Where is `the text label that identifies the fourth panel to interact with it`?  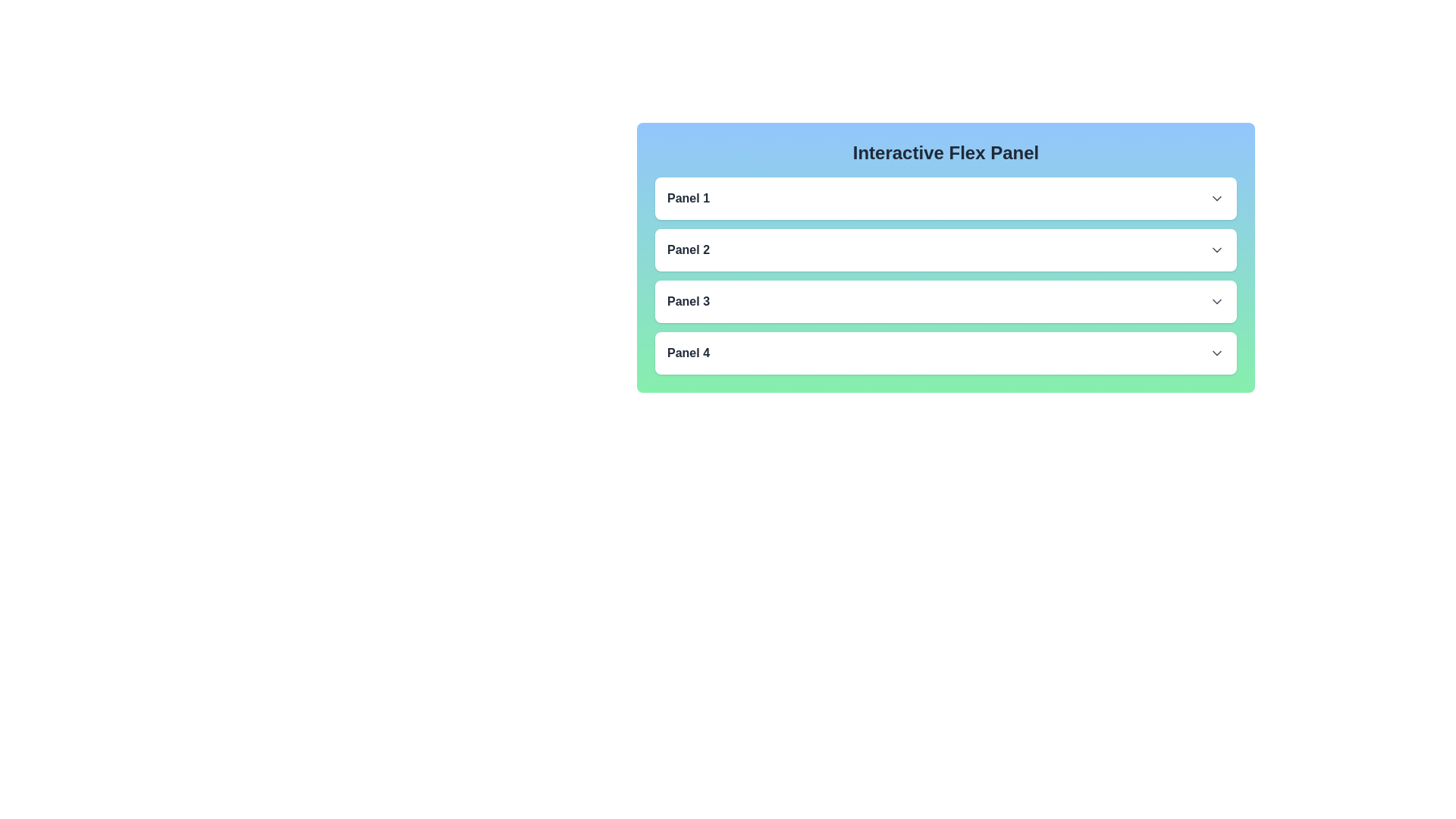
the text label that identifies the fourth panel to interact with it is located at coordinates (687, 353).